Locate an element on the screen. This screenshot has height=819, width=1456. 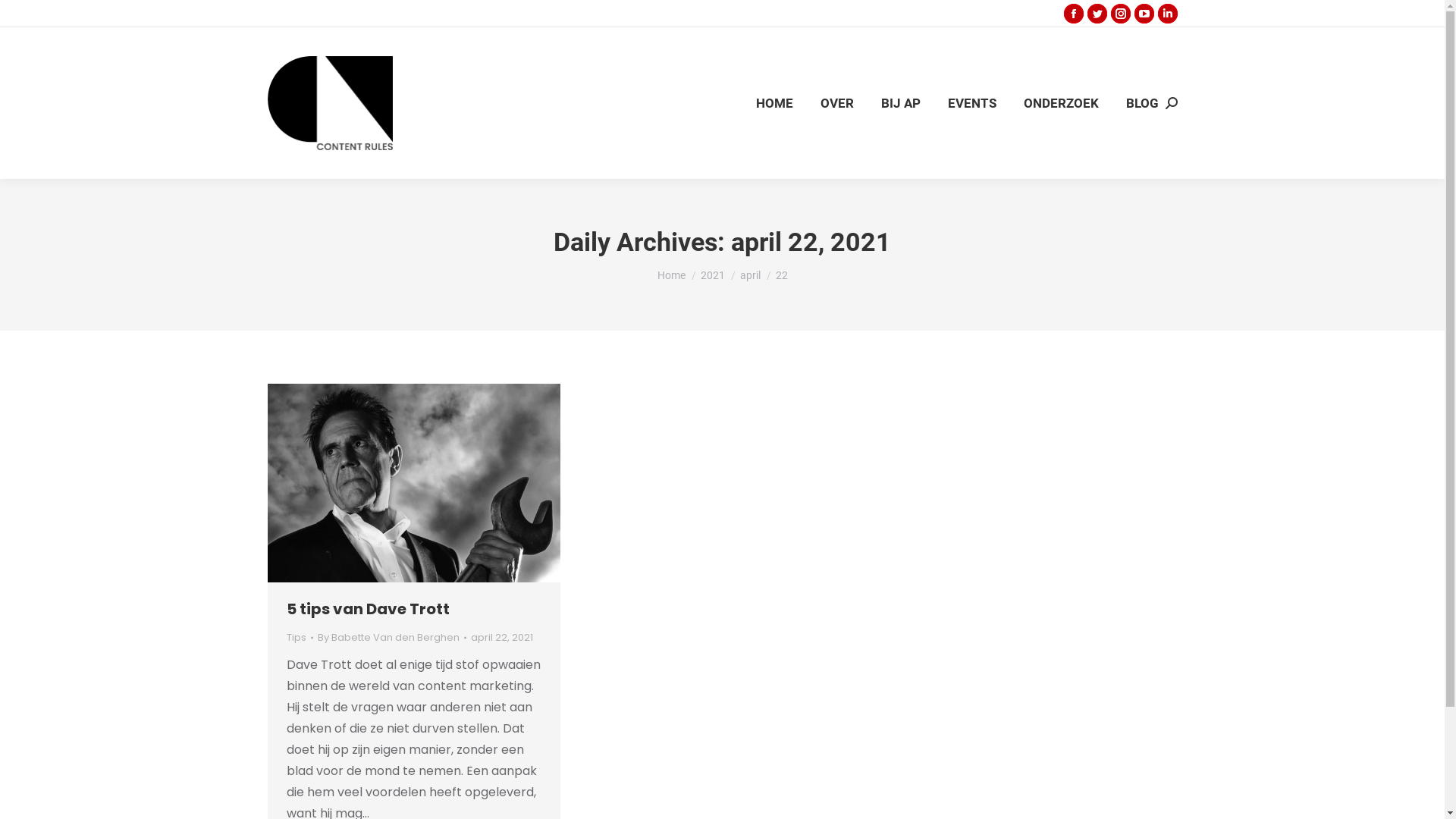
'Linkedin page opens in new window' is located at coordinates (1166, 14).